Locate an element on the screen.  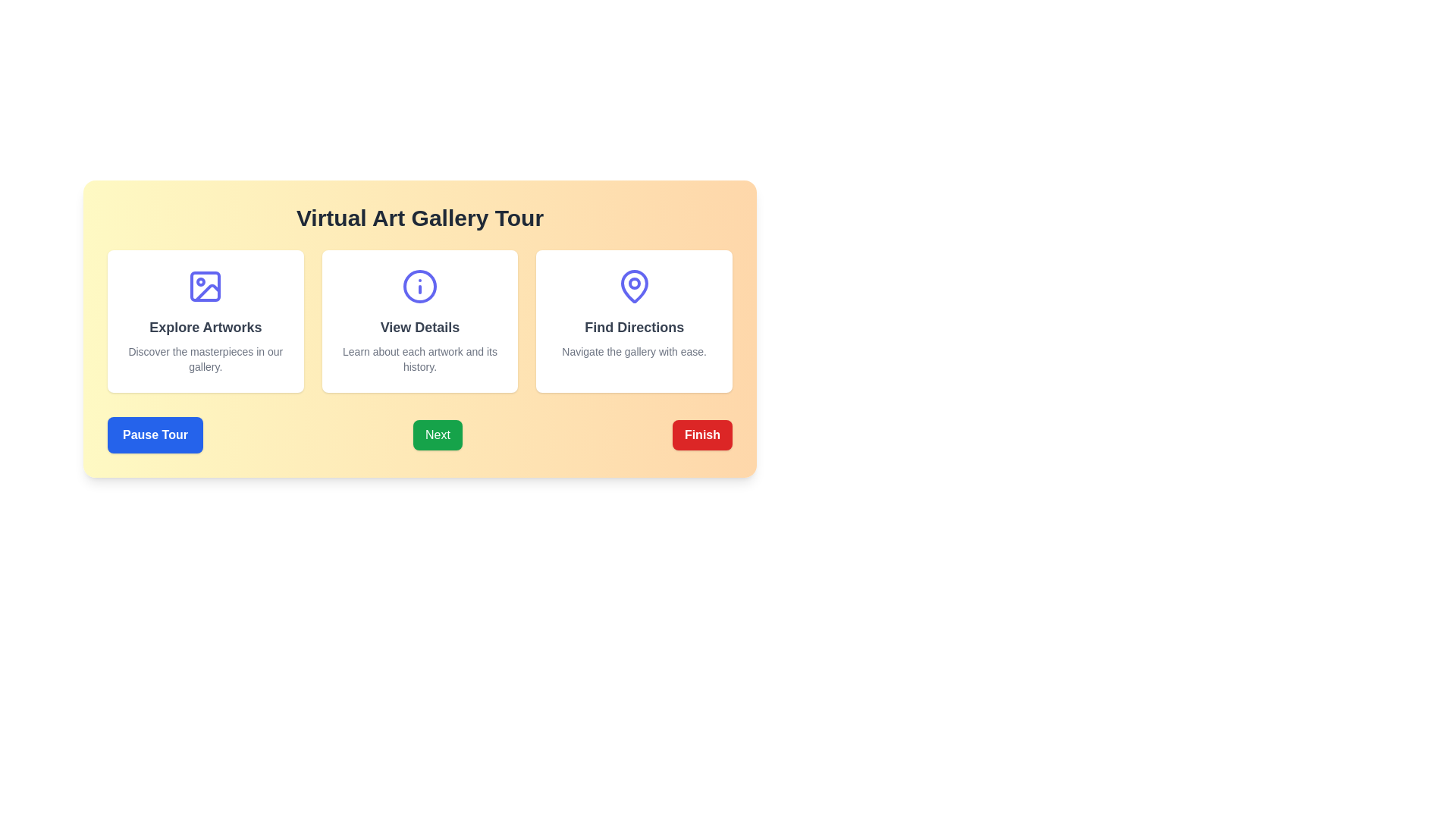
the map pin icon located in the 'Find Directions' card, which is characterized by its rounded drop shape and circular area at the top is located at coordinates (634, 287).